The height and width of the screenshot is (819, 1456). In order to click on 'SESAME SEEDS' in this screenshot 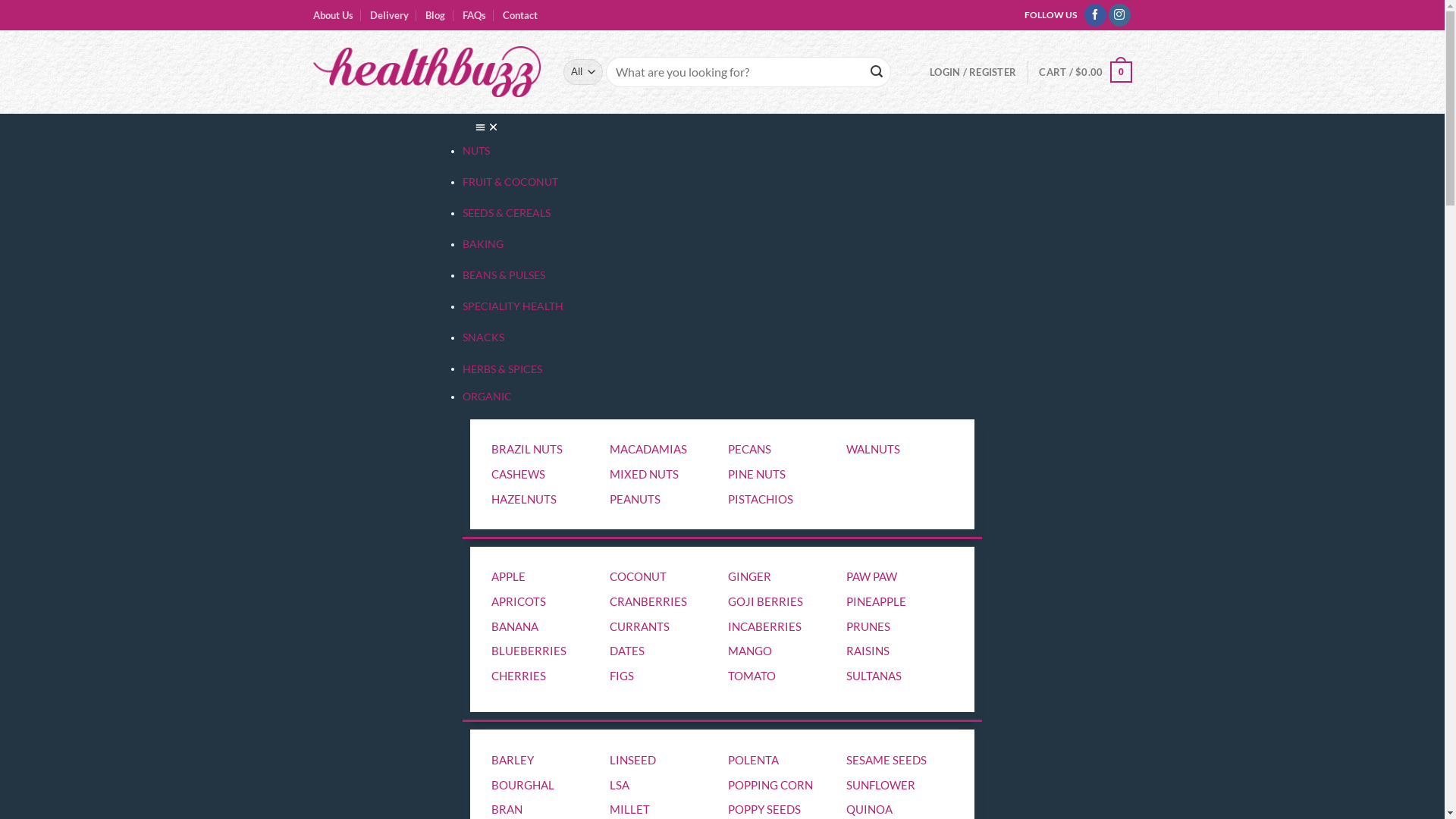, I will do `click(886, 760)`.